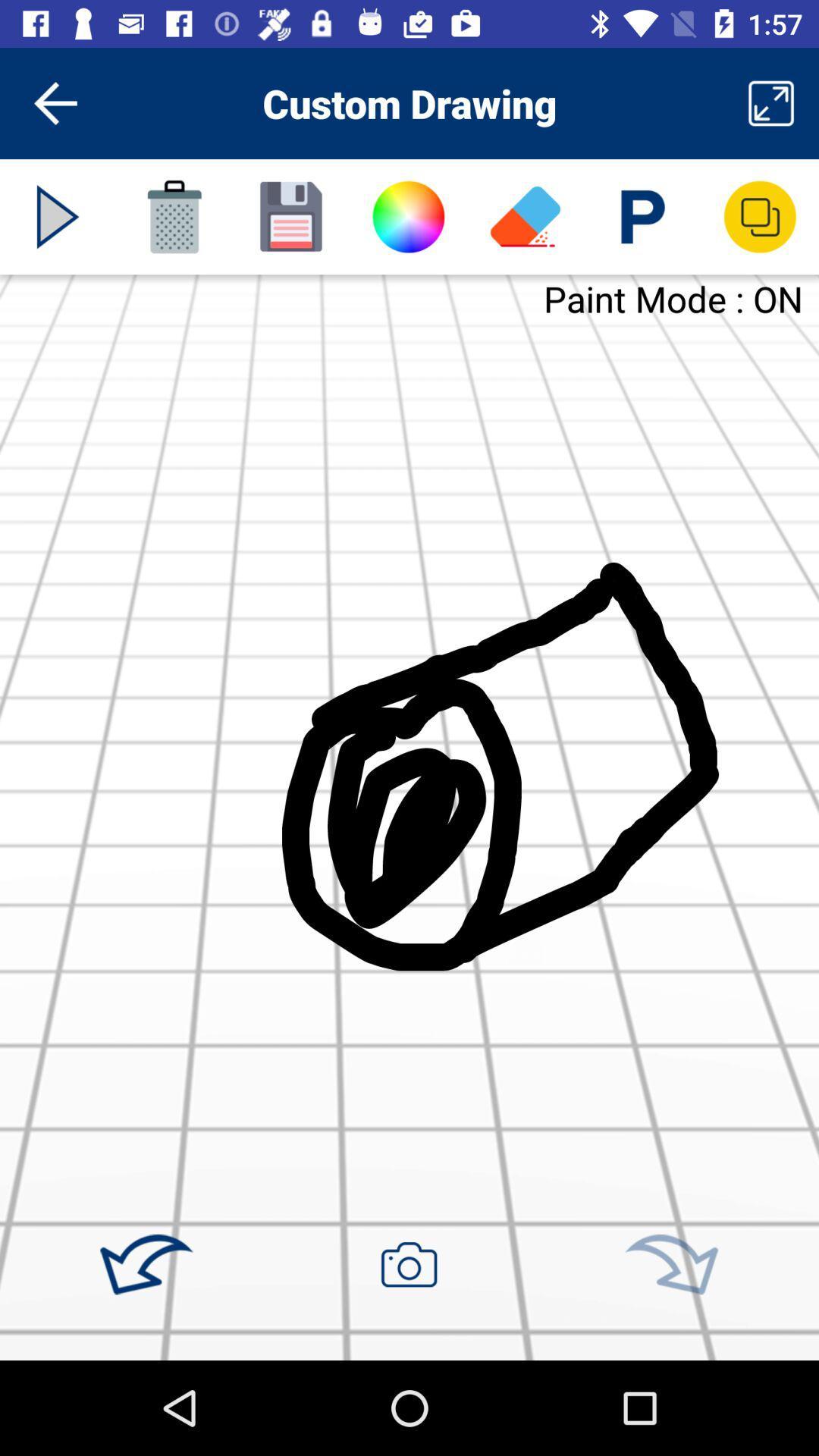 The image size is (819, 1456). What do you see at coordinates (670, 1265) in the screenshot?
I see `rotate right` at bounding box center [670, 1265].